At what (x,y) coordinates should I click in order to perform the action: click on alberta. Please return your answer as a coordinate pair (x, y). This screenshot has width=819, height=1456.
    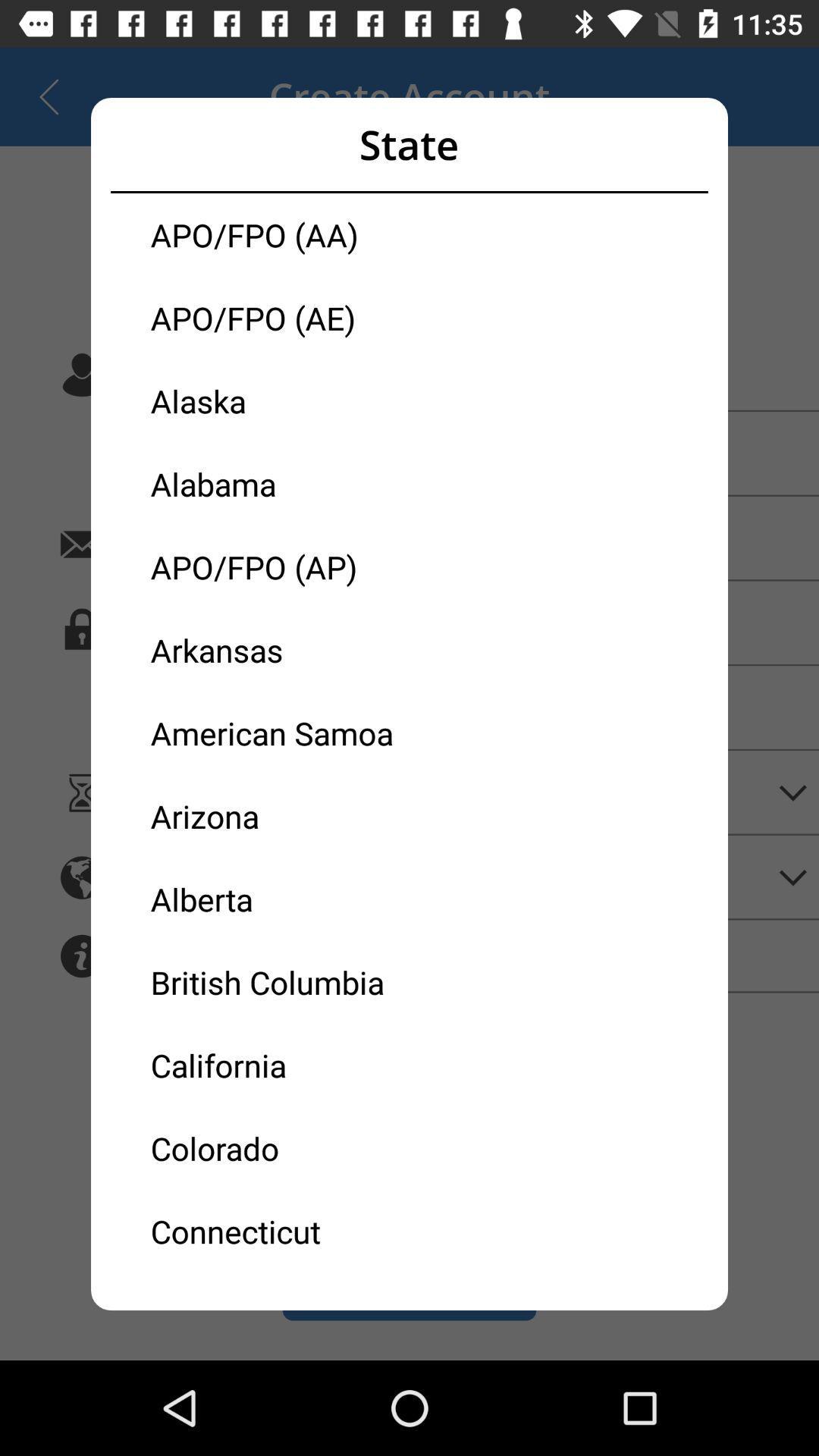
    Looking at the image, I should click on (280, 899).